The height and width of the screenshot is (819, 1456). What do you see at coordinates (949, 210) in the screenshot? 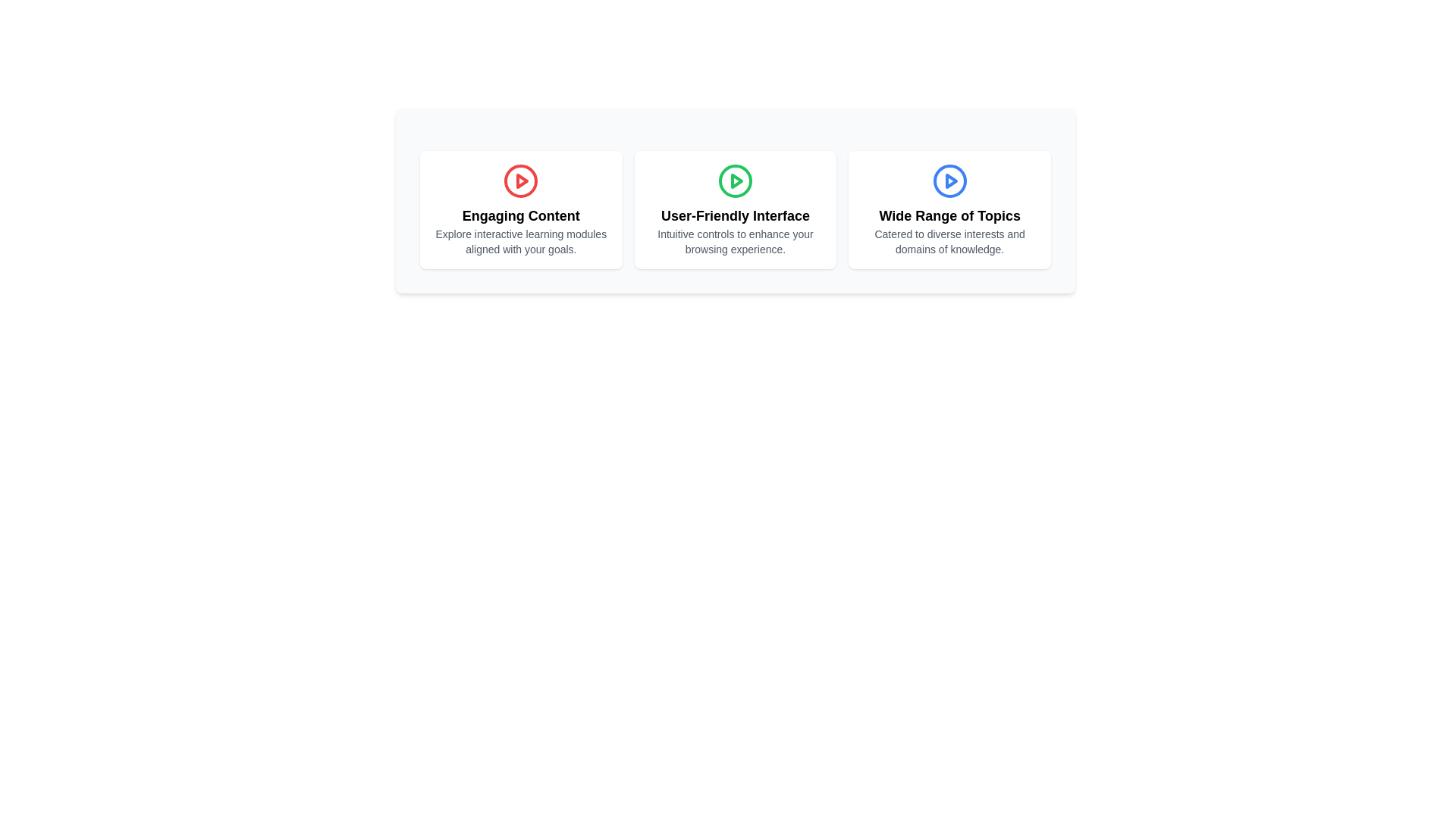
I see `the informational card located` at bounding box center [949, 210].